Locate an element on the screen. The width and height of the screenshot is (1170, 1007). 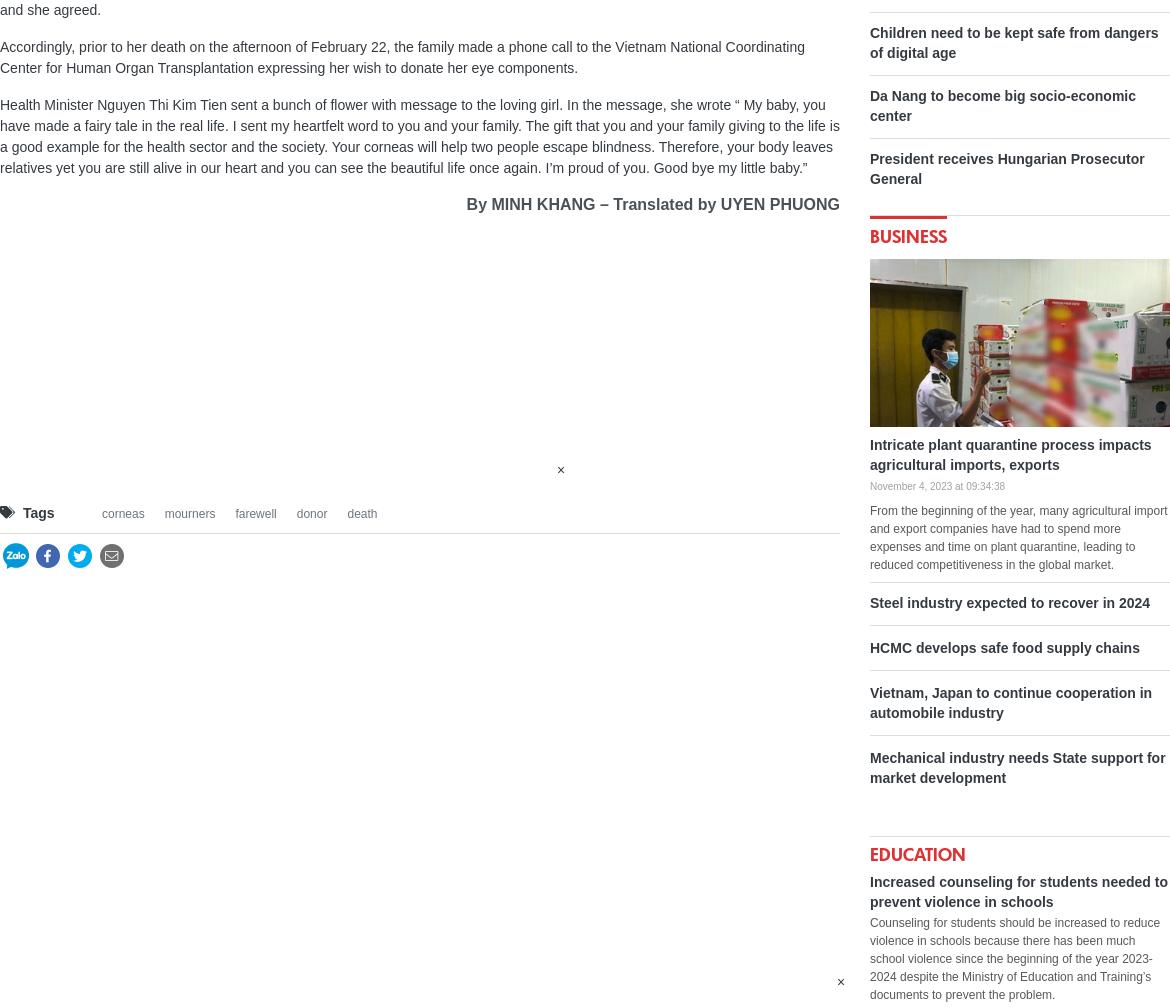
'Mechanical industry needs State support for market development' is located at coordinates (1017, 767).